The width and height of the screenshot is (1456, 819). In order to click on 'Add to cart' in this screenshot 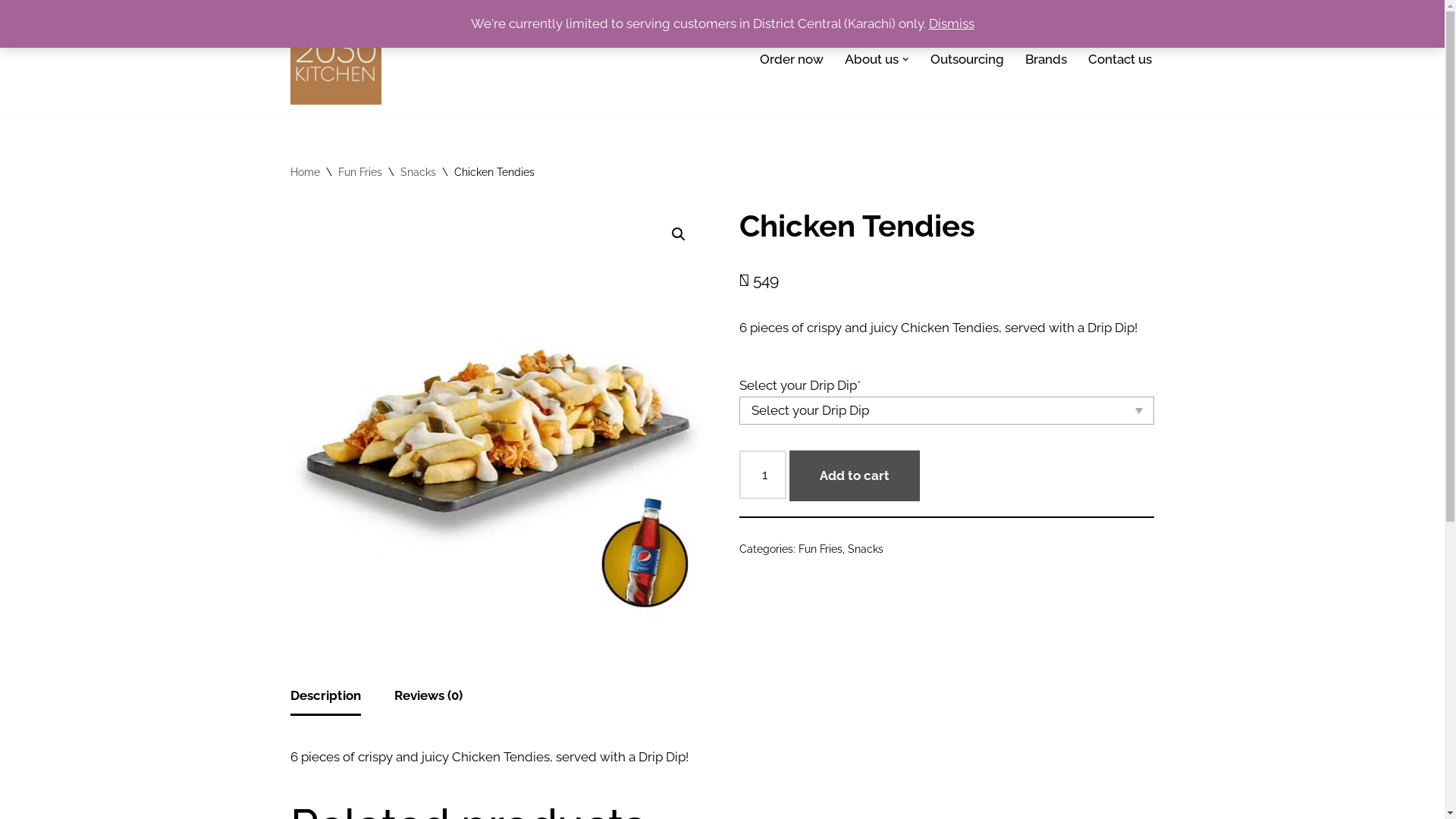, I will do `click(855, 475)`.